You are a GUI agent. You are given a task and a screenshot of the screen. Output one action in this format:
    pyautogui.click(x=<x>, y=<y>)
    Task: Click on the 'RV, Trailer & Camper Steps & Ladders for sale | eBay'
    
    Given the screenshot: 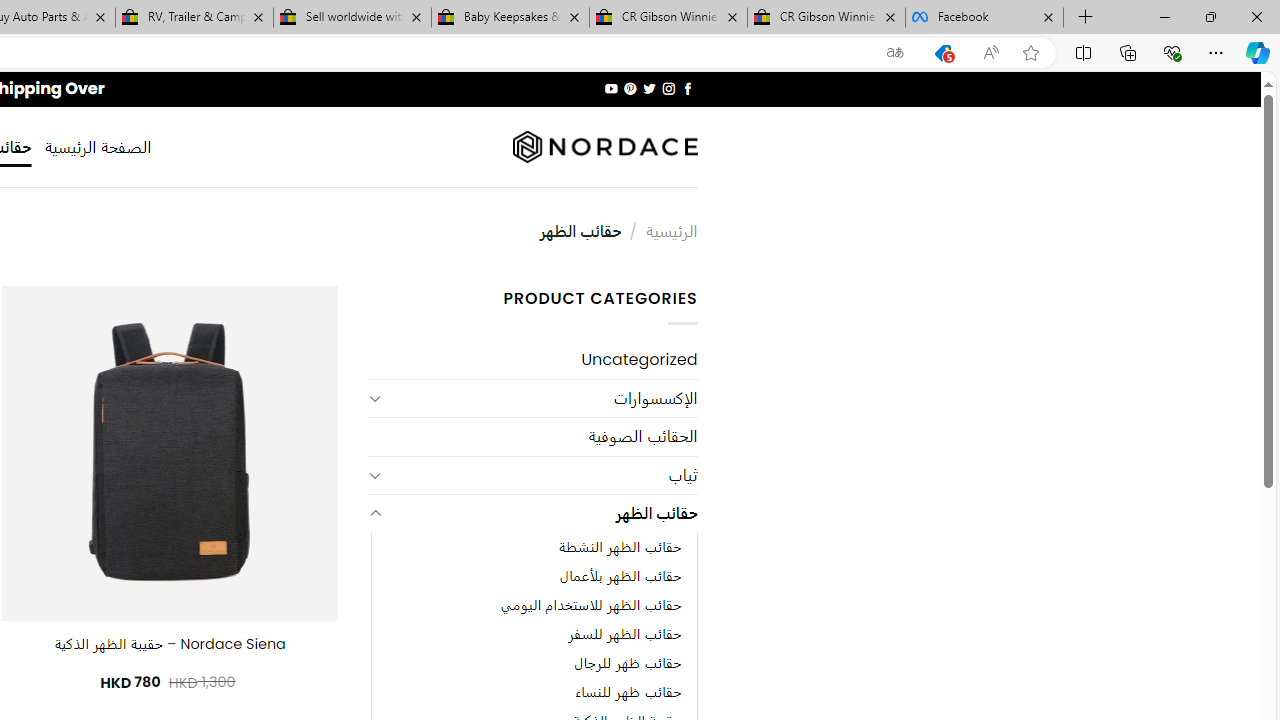 What is the action you would take?
    pyautogui.click(x=194, y=17)
    